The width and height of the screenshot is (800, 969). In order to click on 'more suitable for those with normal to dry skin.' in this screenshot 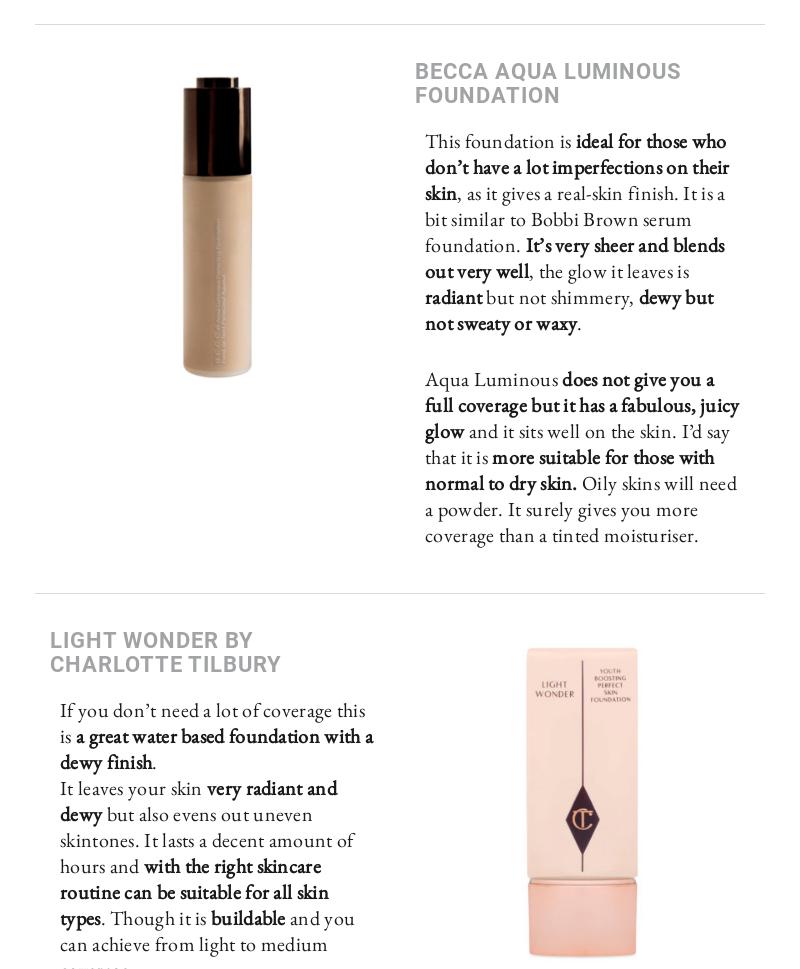, I will do `click(568, 469)`.